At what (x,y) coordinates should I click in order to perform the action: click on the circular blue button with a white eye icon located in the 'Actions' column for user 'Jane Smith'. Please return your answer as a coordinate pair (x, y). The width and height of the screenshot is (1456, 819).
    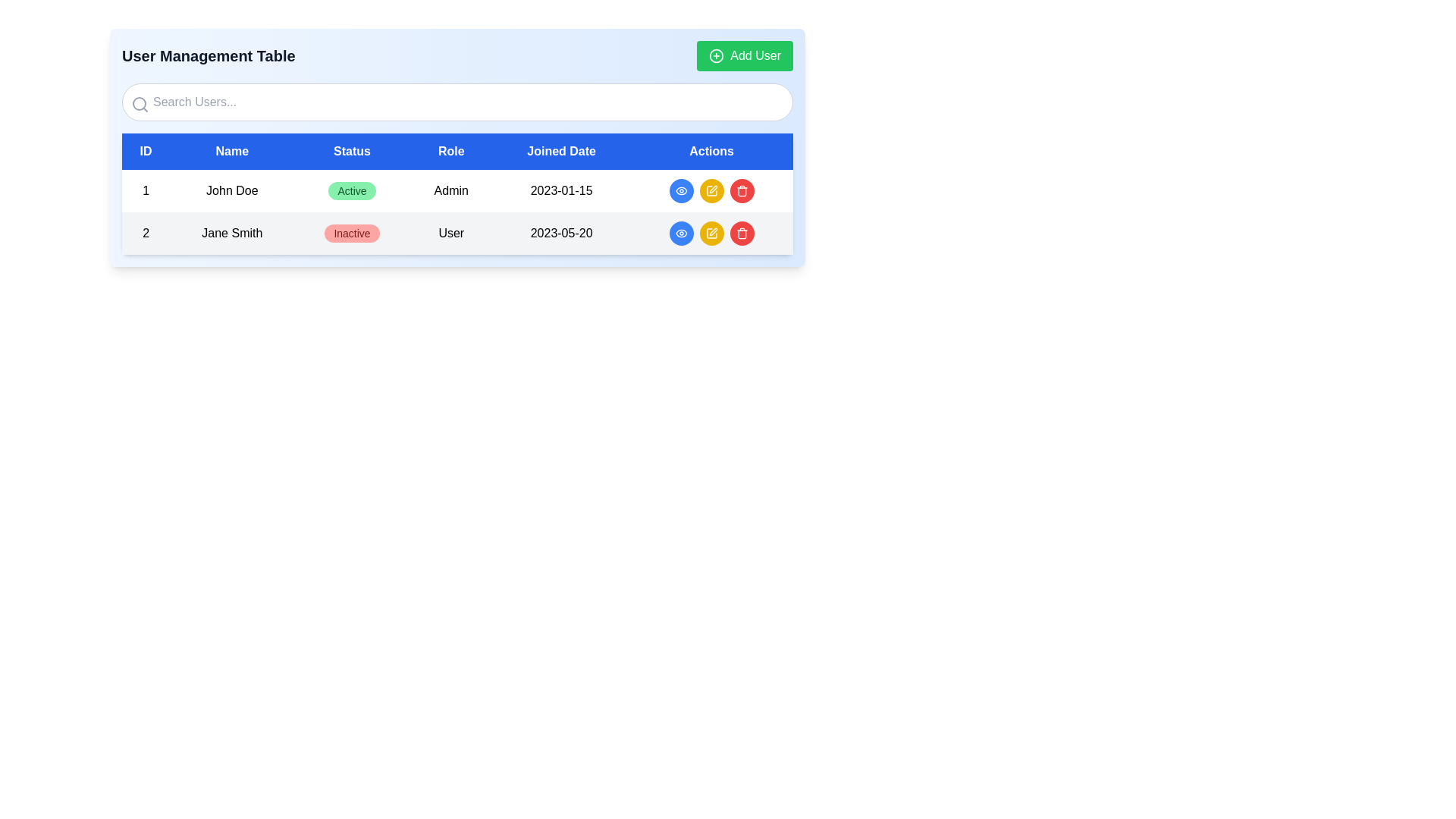
    Looking at the image, I should click on (680, 234).